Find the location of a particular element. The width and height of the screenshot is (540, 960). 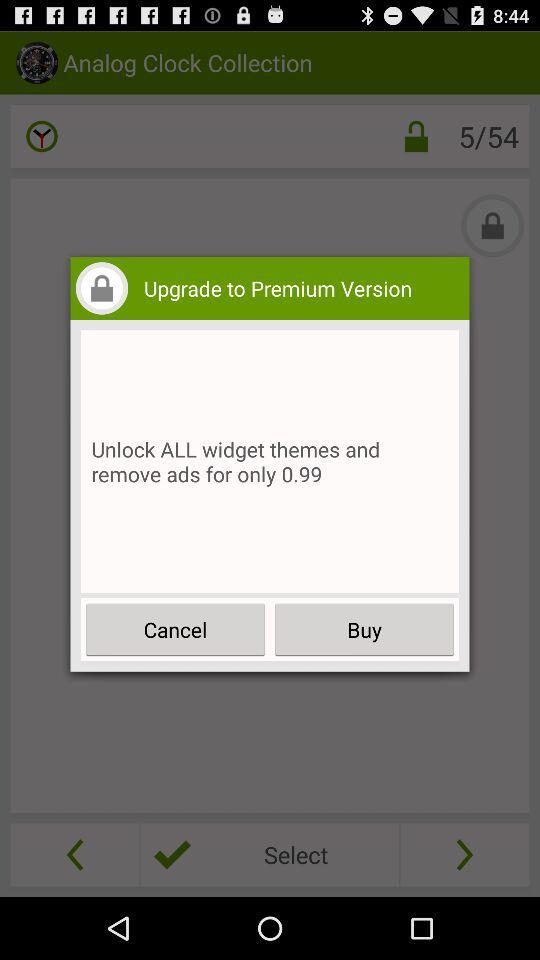

icon on the right is located at coordinates (363, 628).